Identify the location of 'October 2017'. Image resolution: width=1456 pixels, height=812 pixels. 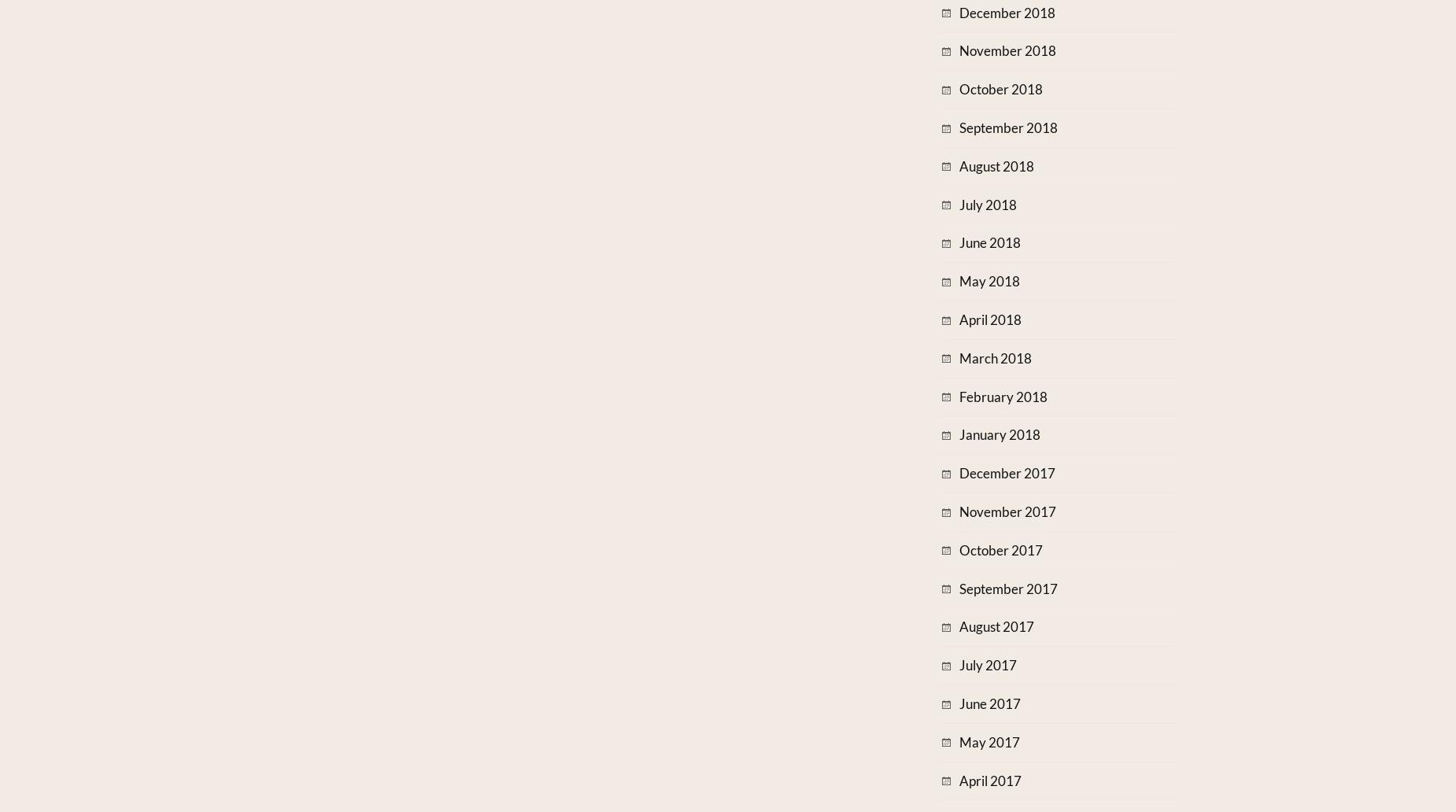
(1000, 548).